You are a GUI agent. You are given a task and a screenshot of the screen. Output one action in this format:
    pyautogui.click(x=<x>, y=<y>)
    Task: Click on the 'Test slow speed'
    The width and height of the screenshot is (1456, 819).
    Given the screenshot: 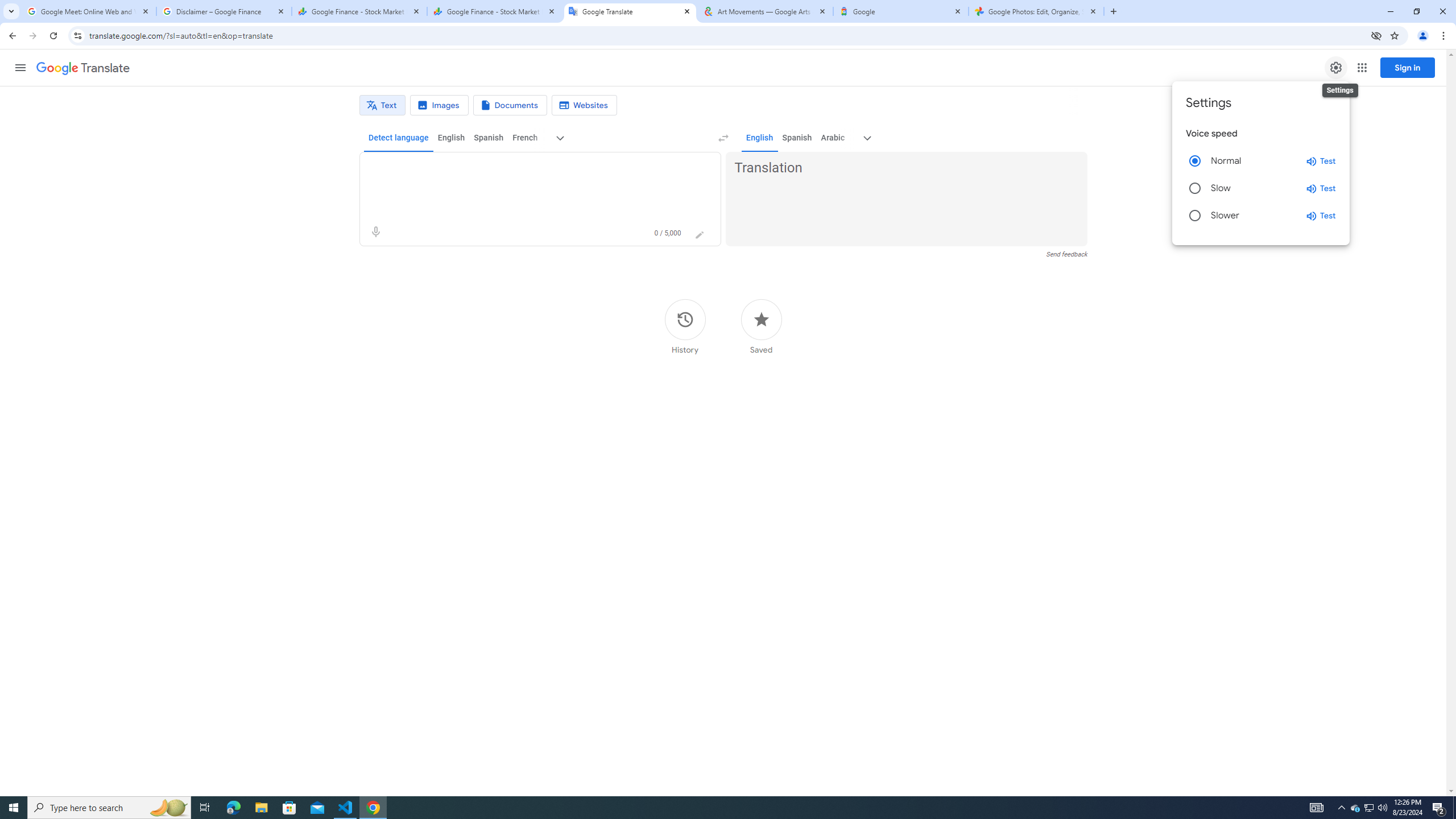 What is the action you would take?
    pyautogui.click(x=1319, y=187)
    